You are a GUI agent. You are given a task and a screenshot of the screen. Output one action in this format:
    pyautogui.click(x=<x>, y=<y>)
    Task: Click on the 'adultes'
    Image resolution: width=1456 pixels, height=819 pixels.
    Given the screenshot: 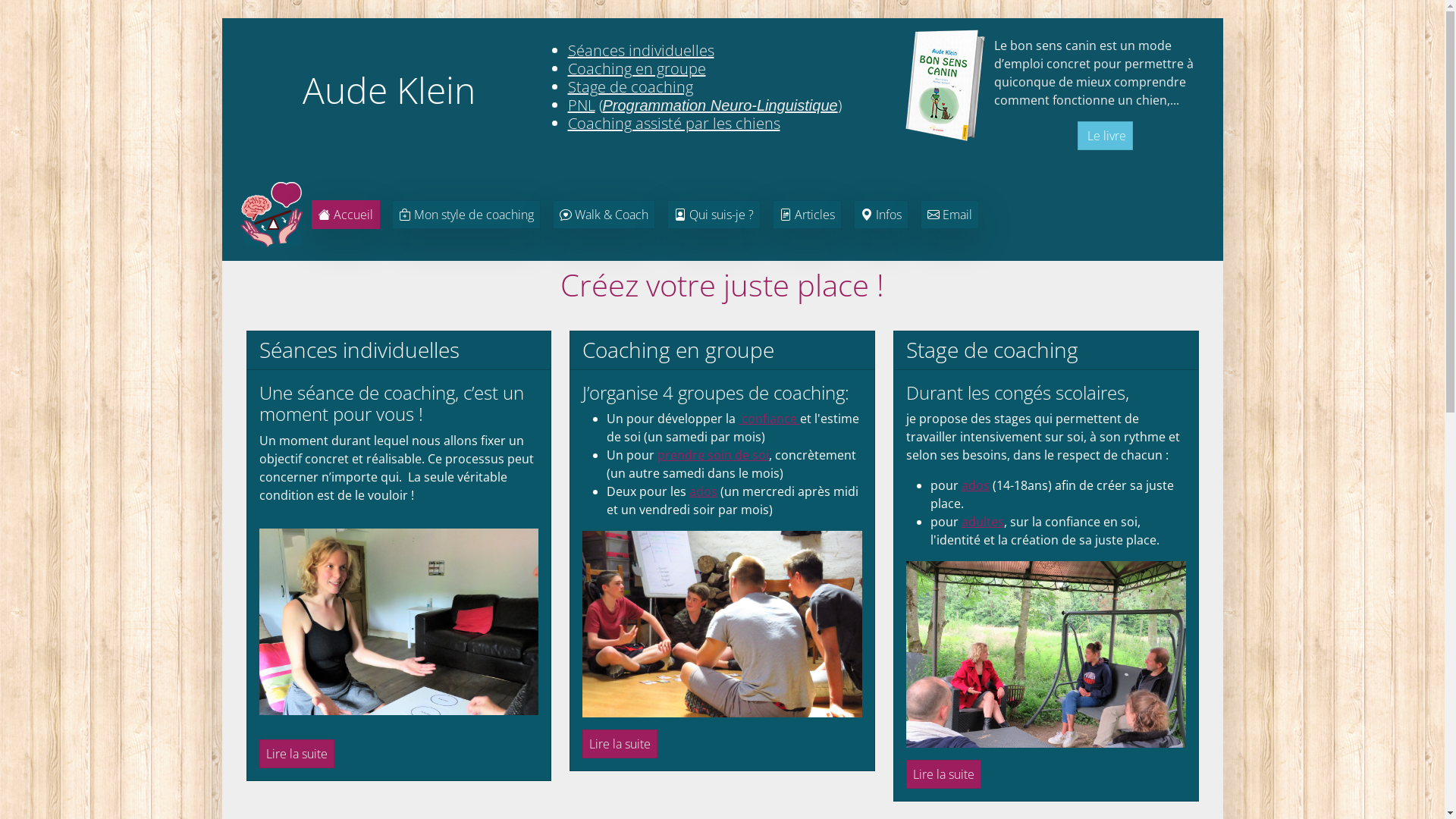 What is the action you would take?
    pyautogui.click(x=983, y=520)
    